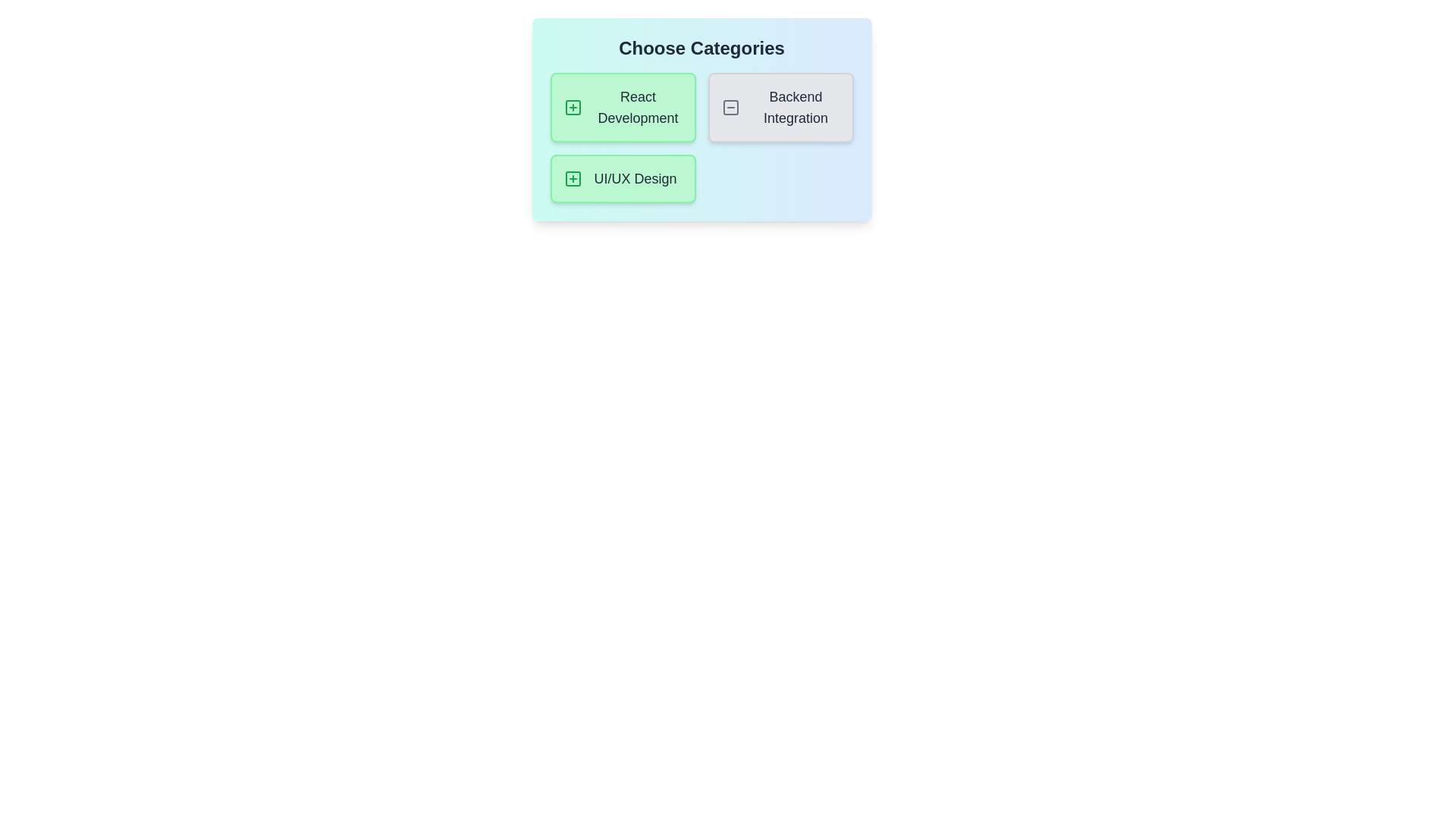 This screenshot has width=1456, height=819. Describe the element at coordinates (623, 177) in the screenshot. I see `the category UI/UX Design` at that location.